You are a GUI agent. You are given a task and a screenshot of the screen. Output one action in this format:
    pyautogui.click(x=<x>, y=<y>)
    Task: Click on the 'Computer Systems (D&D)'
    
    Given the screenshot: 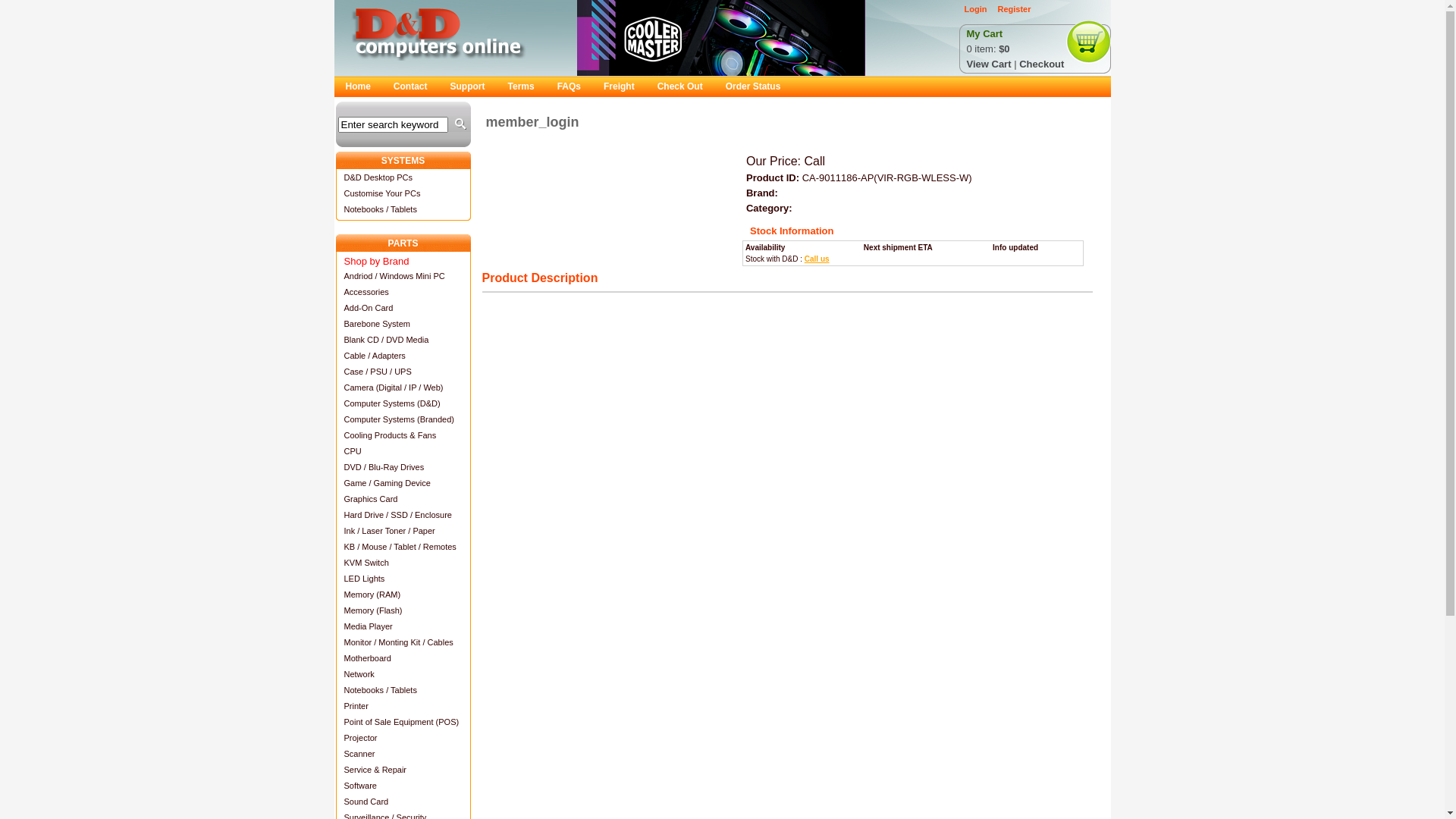 What is the action you would take?
    pyautogui.click(x=403, y=402)
    